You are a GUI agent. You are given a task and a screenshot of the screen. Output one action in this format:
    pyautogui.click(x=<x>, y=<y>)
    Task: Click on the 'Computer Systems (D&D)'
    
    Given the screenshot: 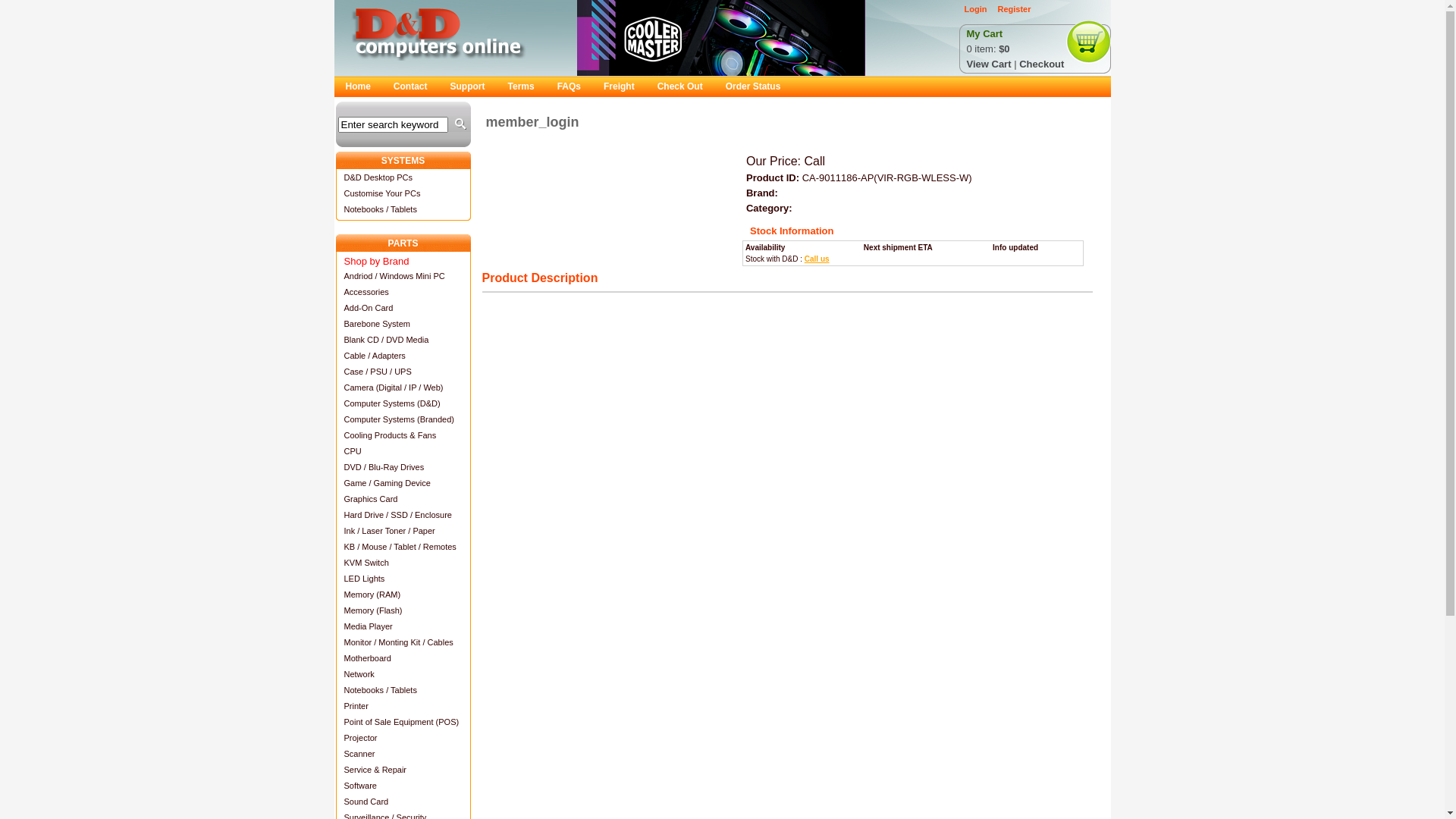 What is the action you would take?
    pyautogui.click(x=403, y=402)
    